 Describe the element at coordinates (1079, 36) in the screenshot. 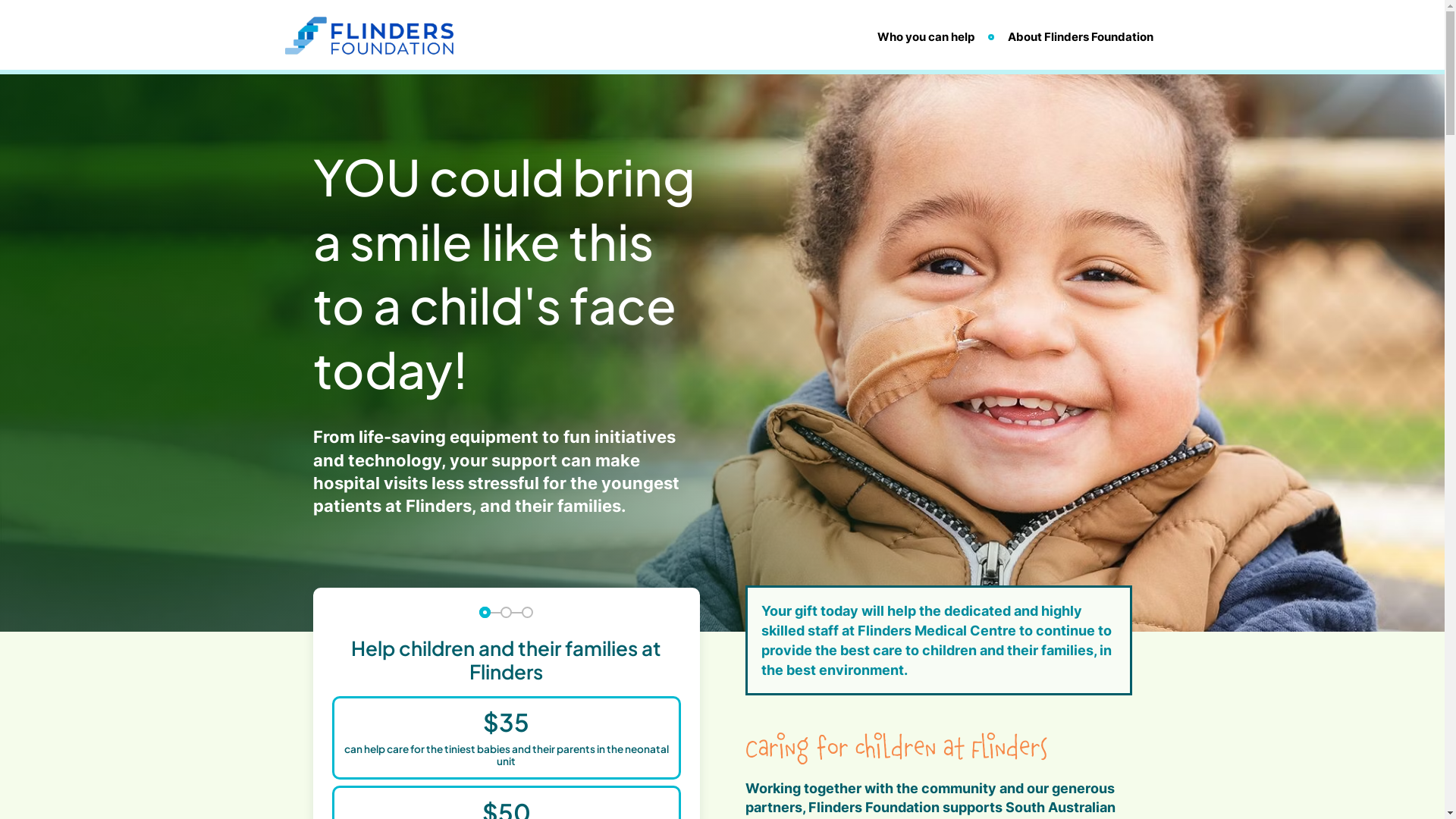

I see `'About Flinders Foundation'` at that location.